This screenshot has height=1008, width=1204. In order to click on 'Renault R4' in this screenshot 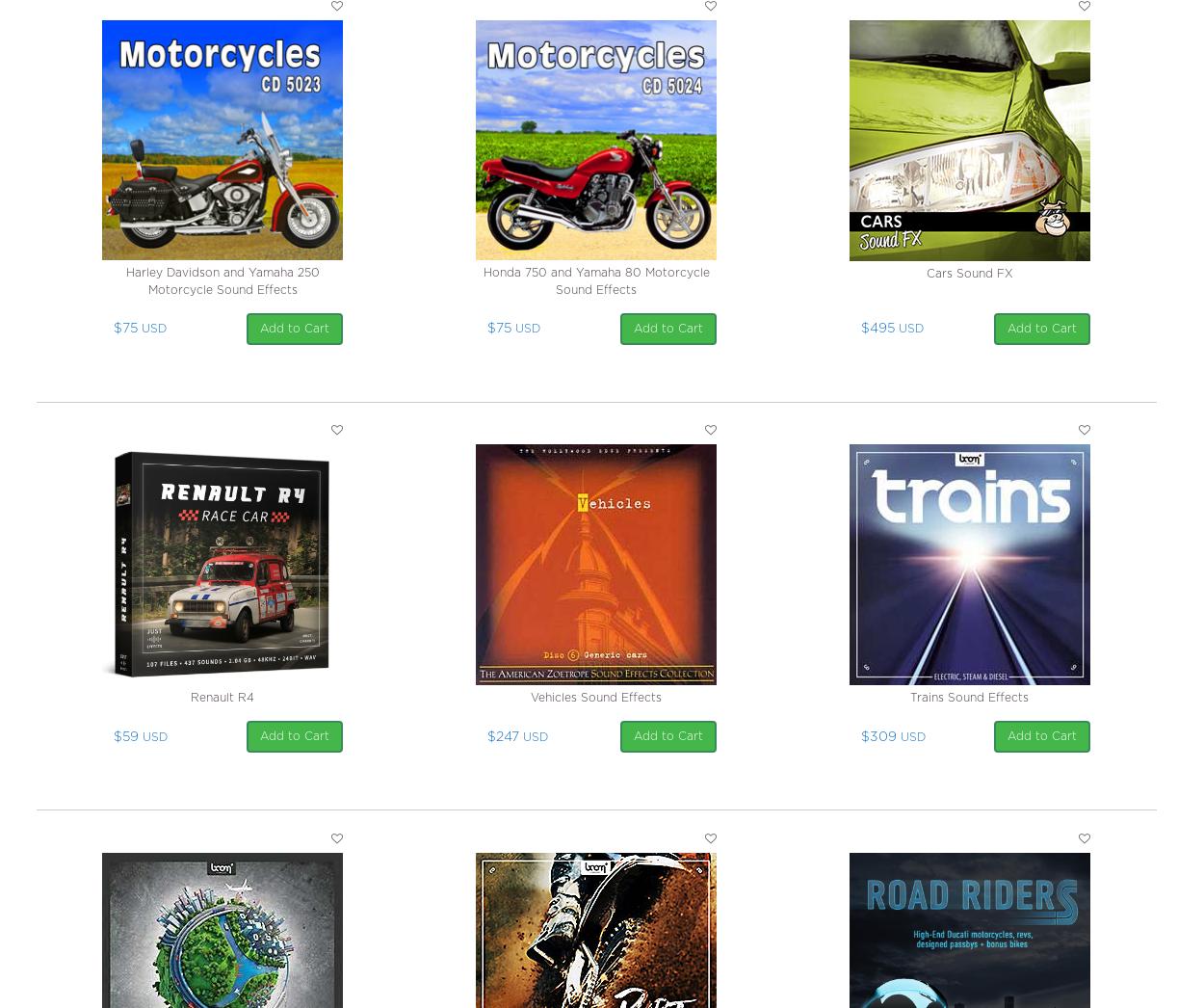, I will do `click(222, 698)`.